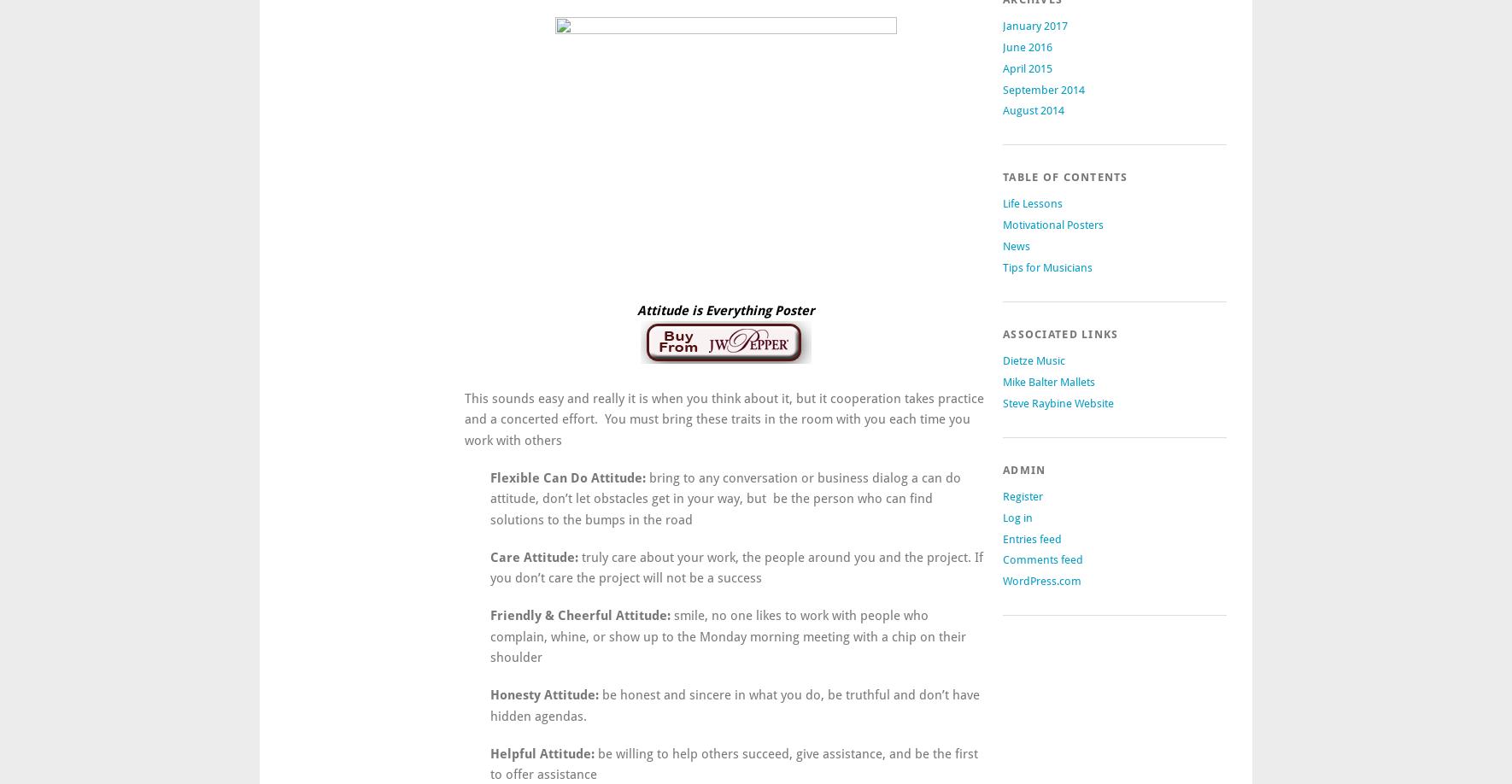 Image resolution: width=1512 pixels, height=784 pixels. What do you see at coordinates (1017, 516) in the screenshot?
I see `'Log in'` at bounding box center [1017, 516].